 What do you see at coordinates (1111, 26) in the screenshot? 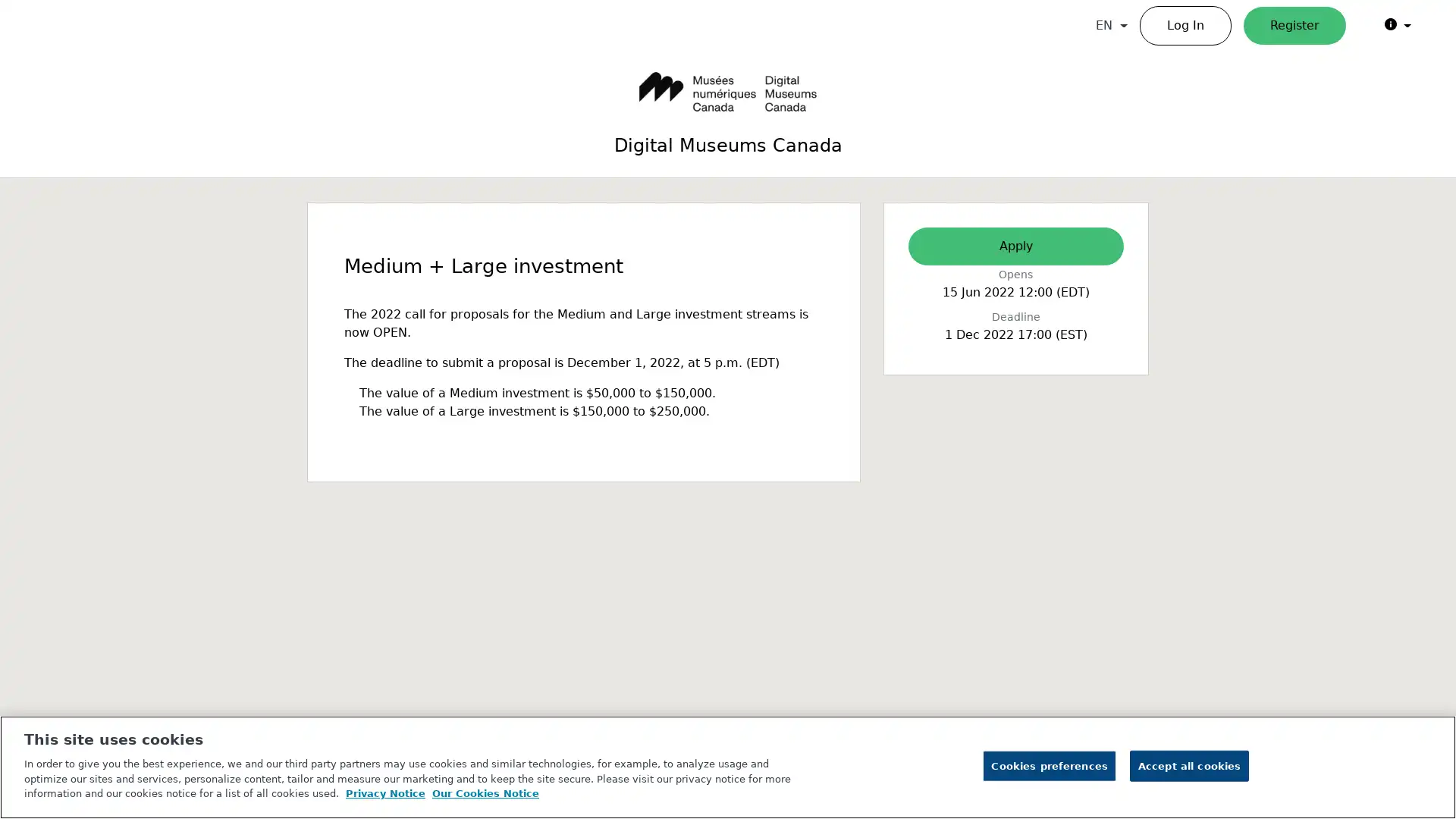
I see `EN` at bounding box center [1111, 26].